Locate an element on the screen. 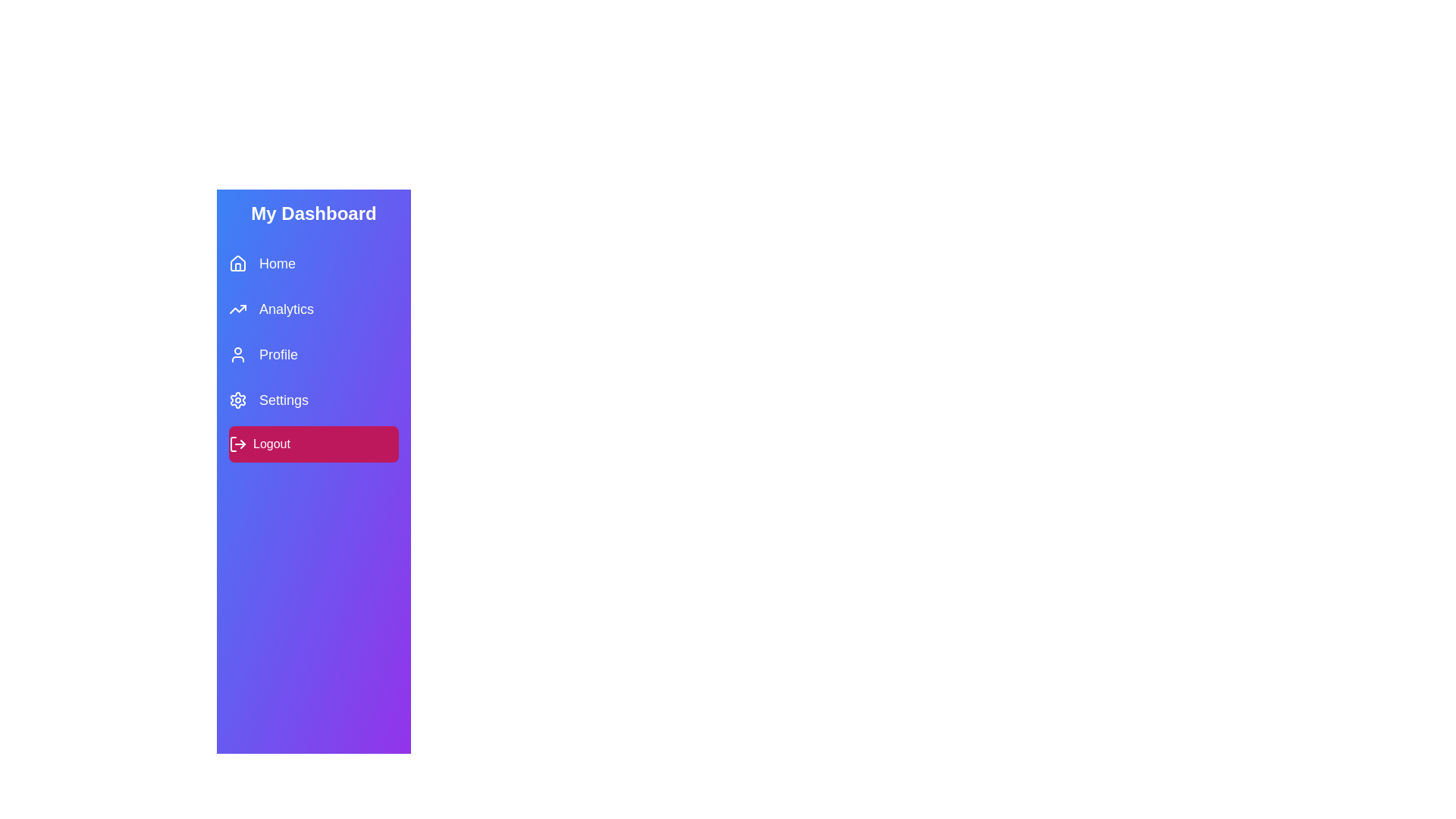 Image resolution: width=1456 pixels, height=819 pixels. the logout icon, which features a pink background and white stroke lines, located to the left of the 'Logout' text in the sidebar menu is located at coordinates (237, 444).